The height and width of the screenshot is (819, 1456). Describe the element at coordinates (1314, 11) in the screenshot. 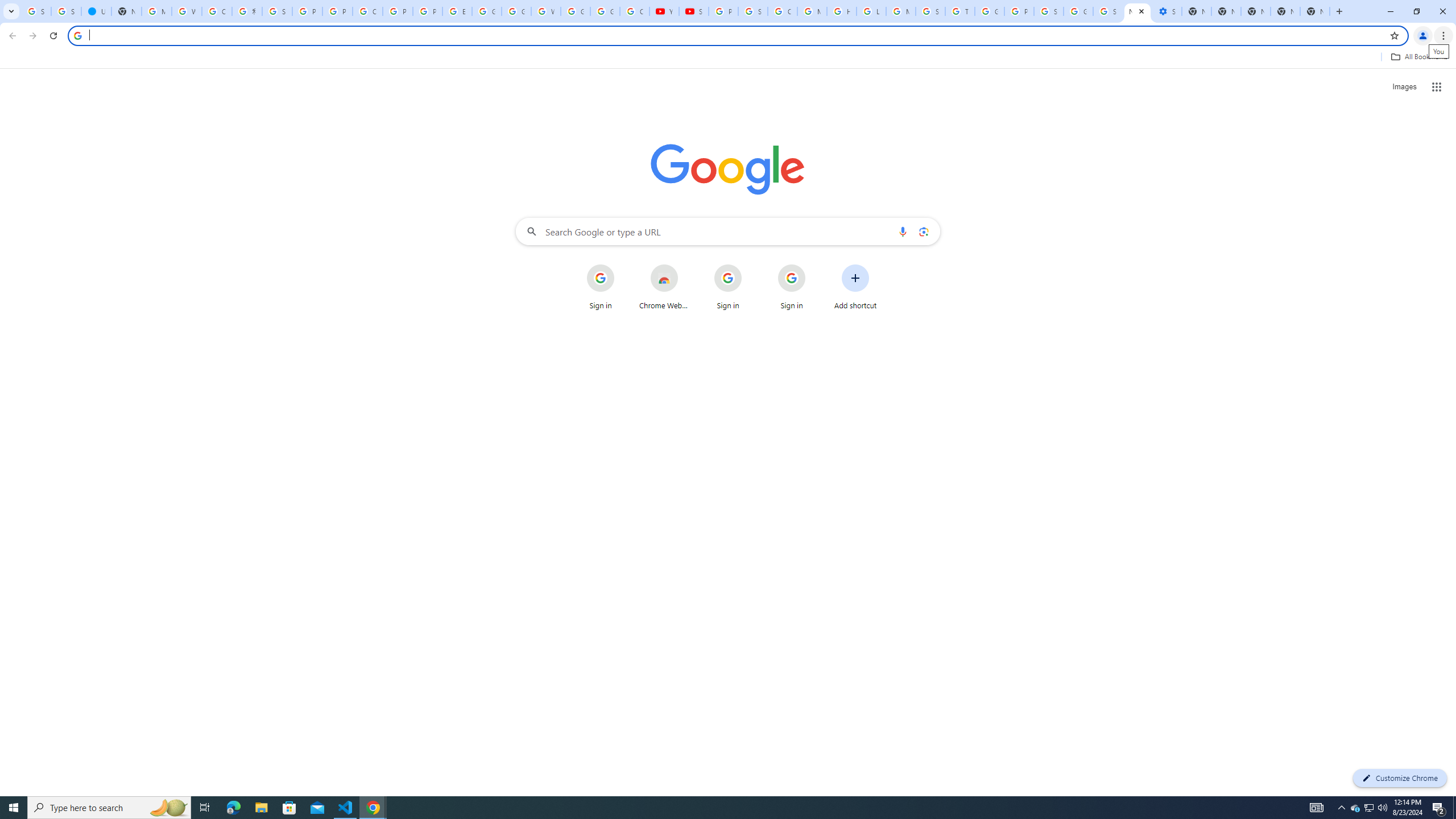

I see `'New Tab'` at that location.